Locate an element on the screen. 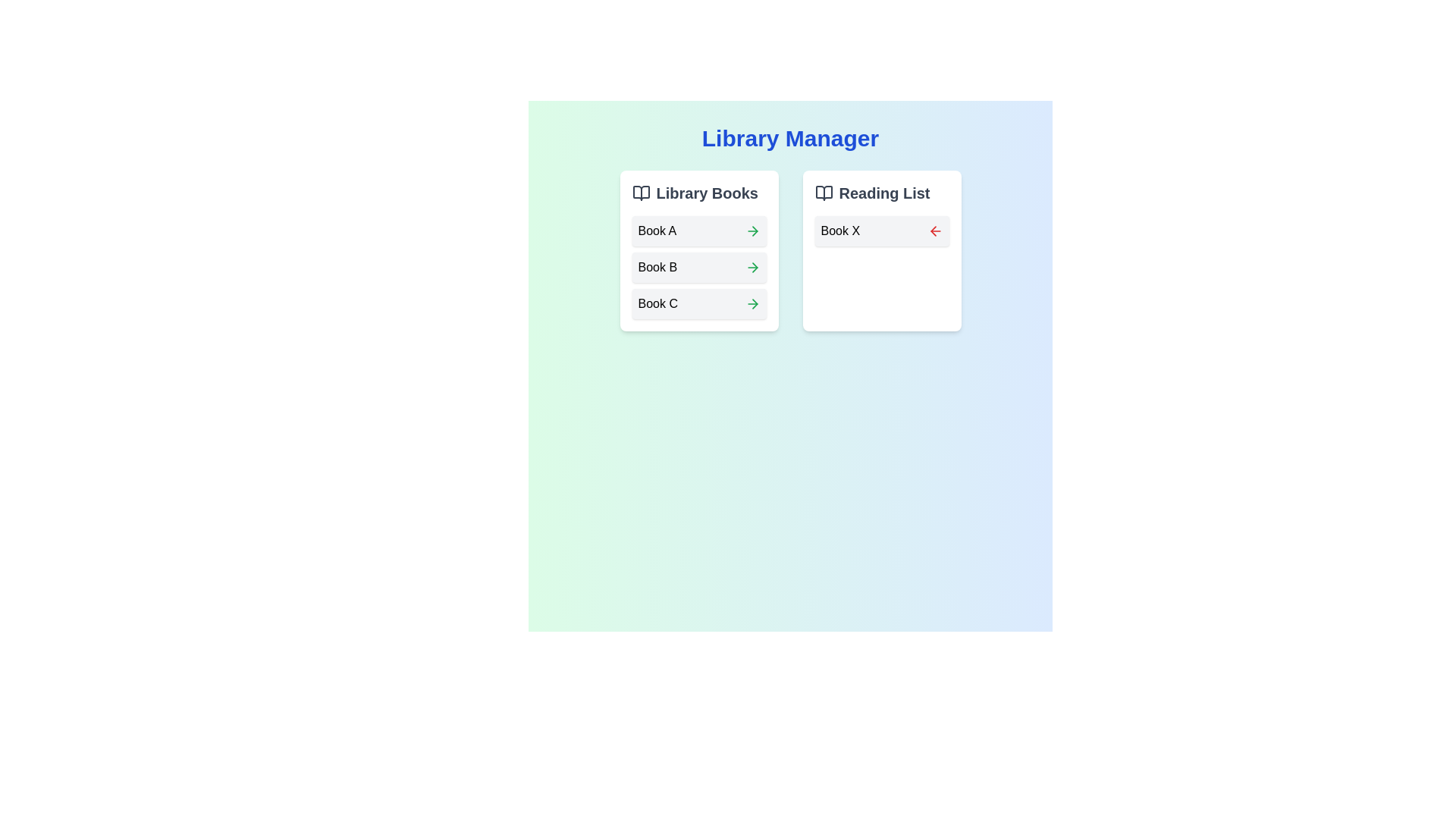 This screenshot has width=1456, height=819. the right-facing arrow icon located next to 'Book C' in the 'Library Books' section is located at coordinates (755, 304).